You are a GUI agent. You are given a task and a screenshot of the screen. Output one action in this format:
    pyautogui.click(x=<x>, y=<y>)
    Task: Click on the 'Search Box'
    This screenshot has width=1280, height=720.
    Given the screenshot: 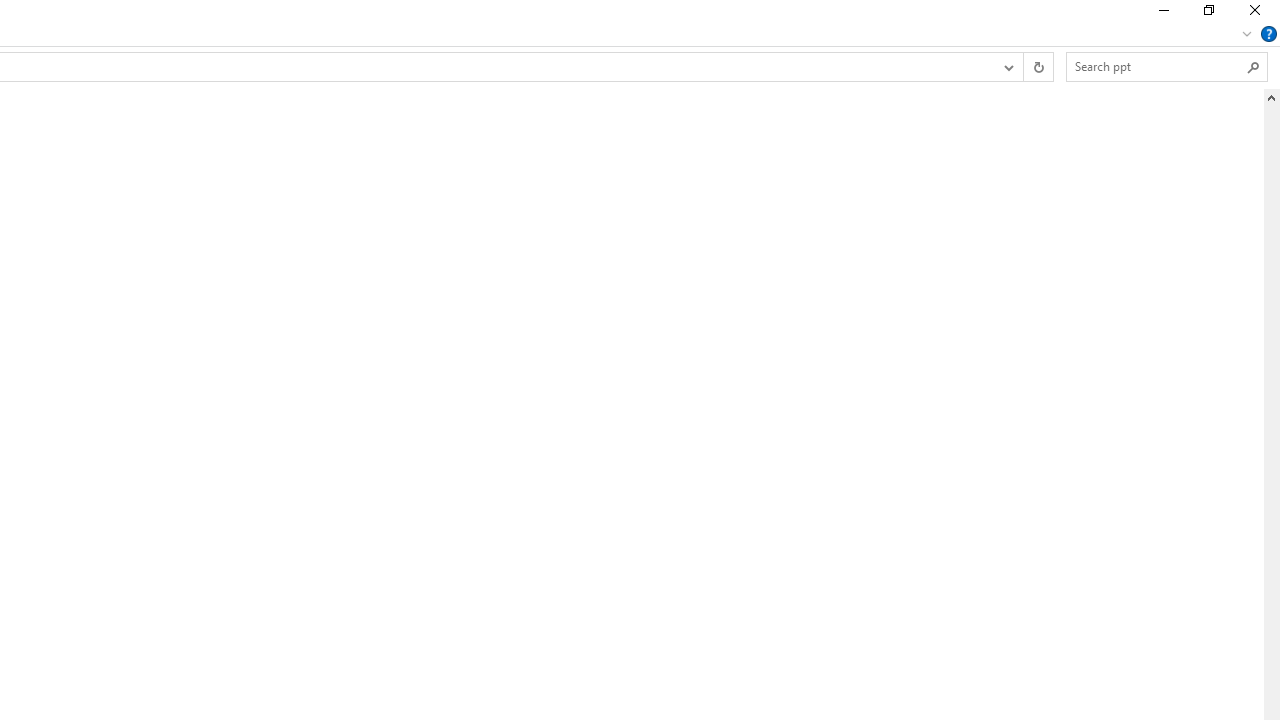 What is the action you would take?
    pyautogui.click(x=1157, y=65)
    